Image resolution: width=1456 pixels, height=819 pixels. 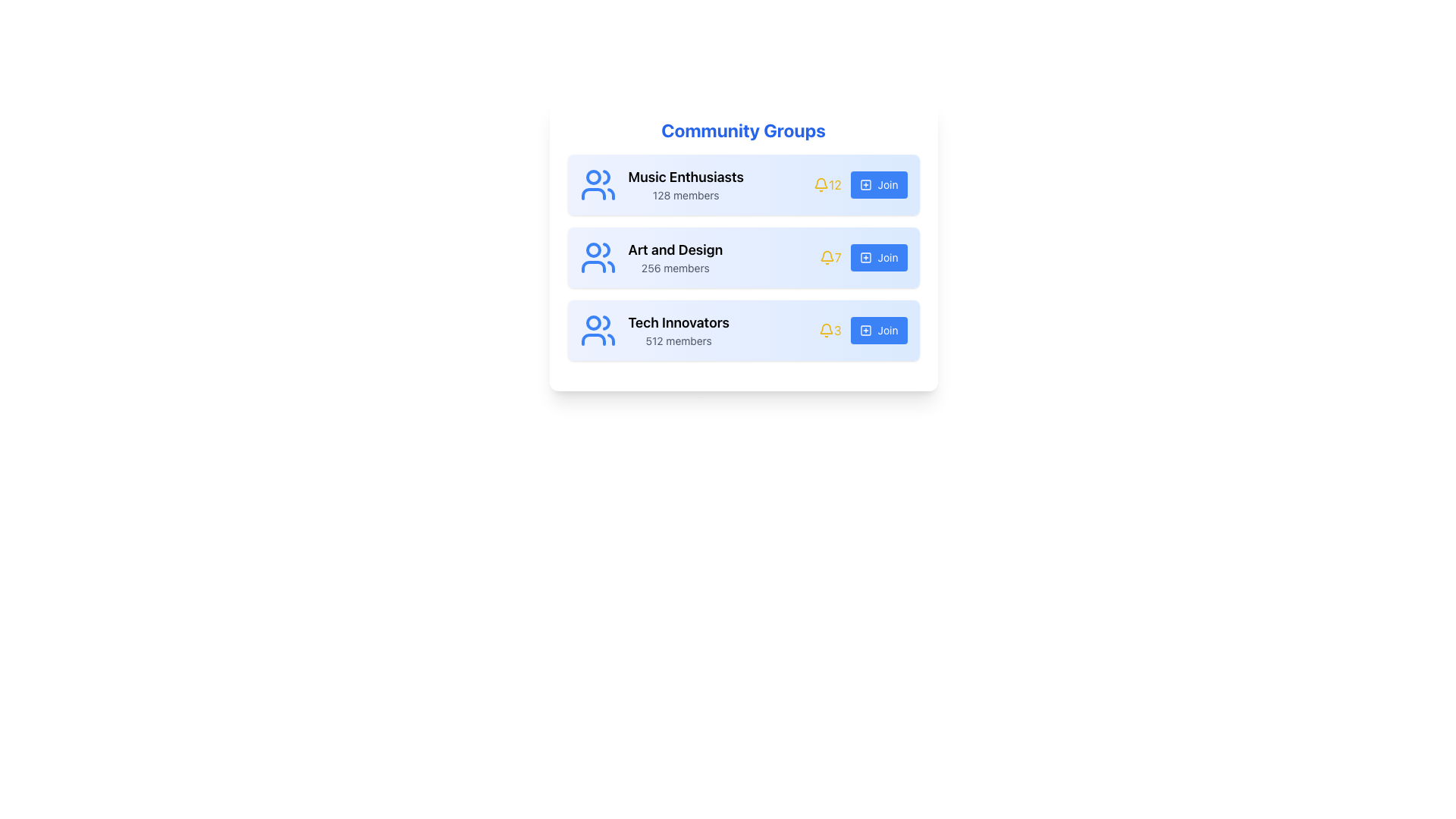 I want to click on text from the 'Art and Design' informational label and icon element, which displays 'Art and Design' prominently in bold and '256 members' in smaller text, so click(x=651, y=256).